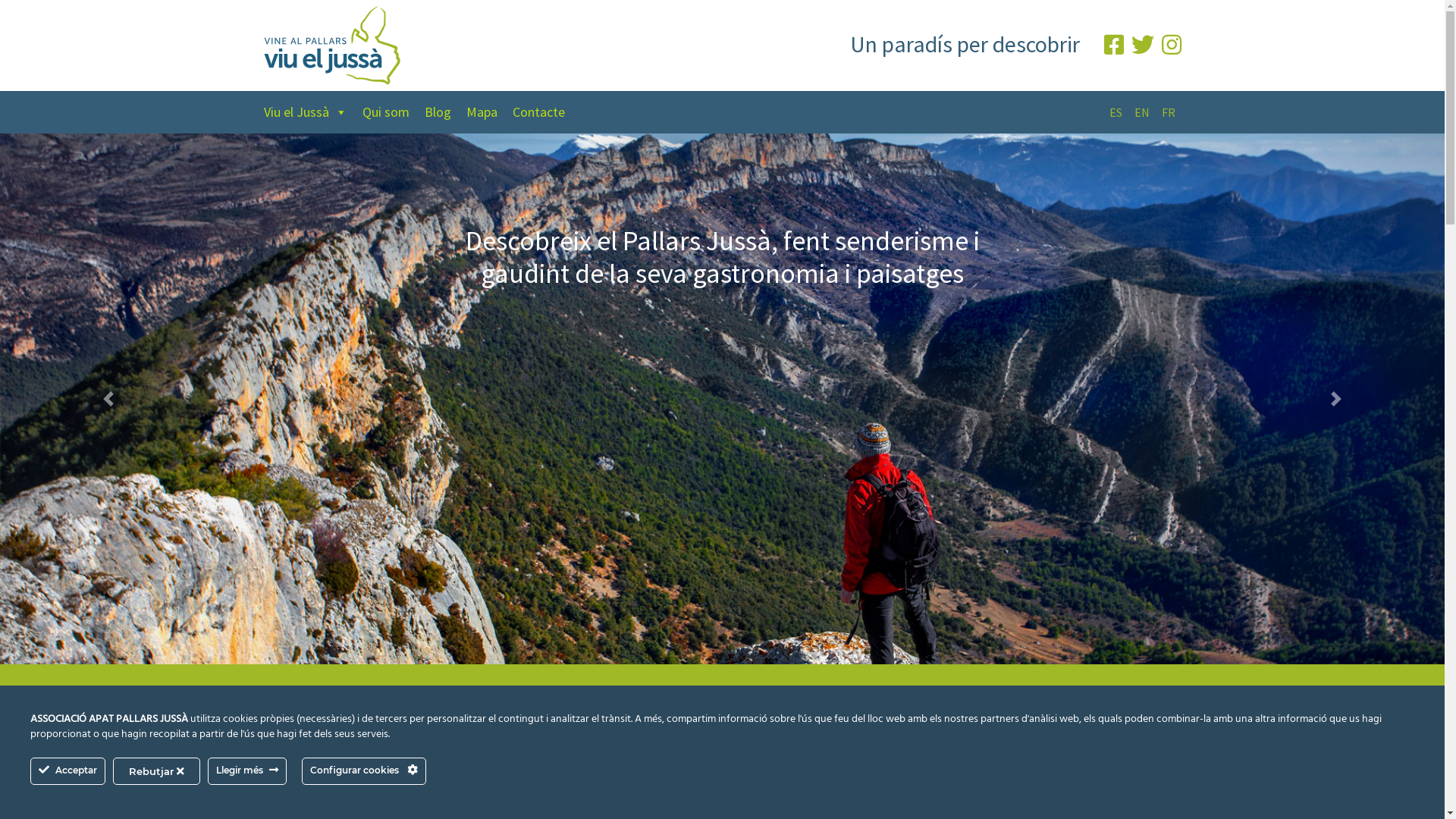 The height and width of the screenshot is (819, 1456). What do you see at coordinates (1167, 111) in the screenshot?
I see `'FR'` at bounding box center [1167, 111].